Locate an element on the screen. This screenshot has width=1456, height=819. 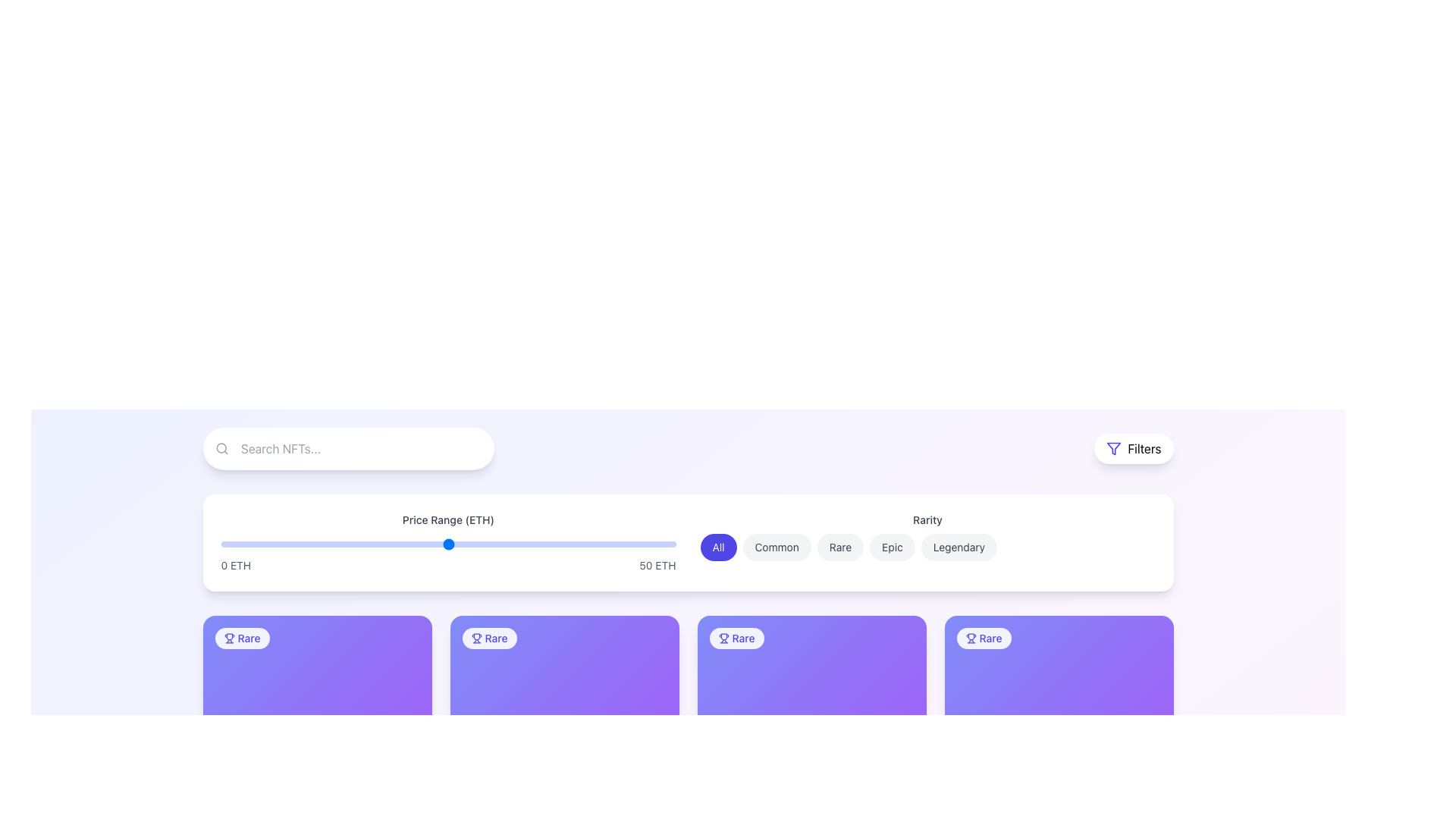
the 'Rarity' label which is styled with a small gray font on a white background, positioned above a row of selectable buttons is located at coordinates (927, 519).